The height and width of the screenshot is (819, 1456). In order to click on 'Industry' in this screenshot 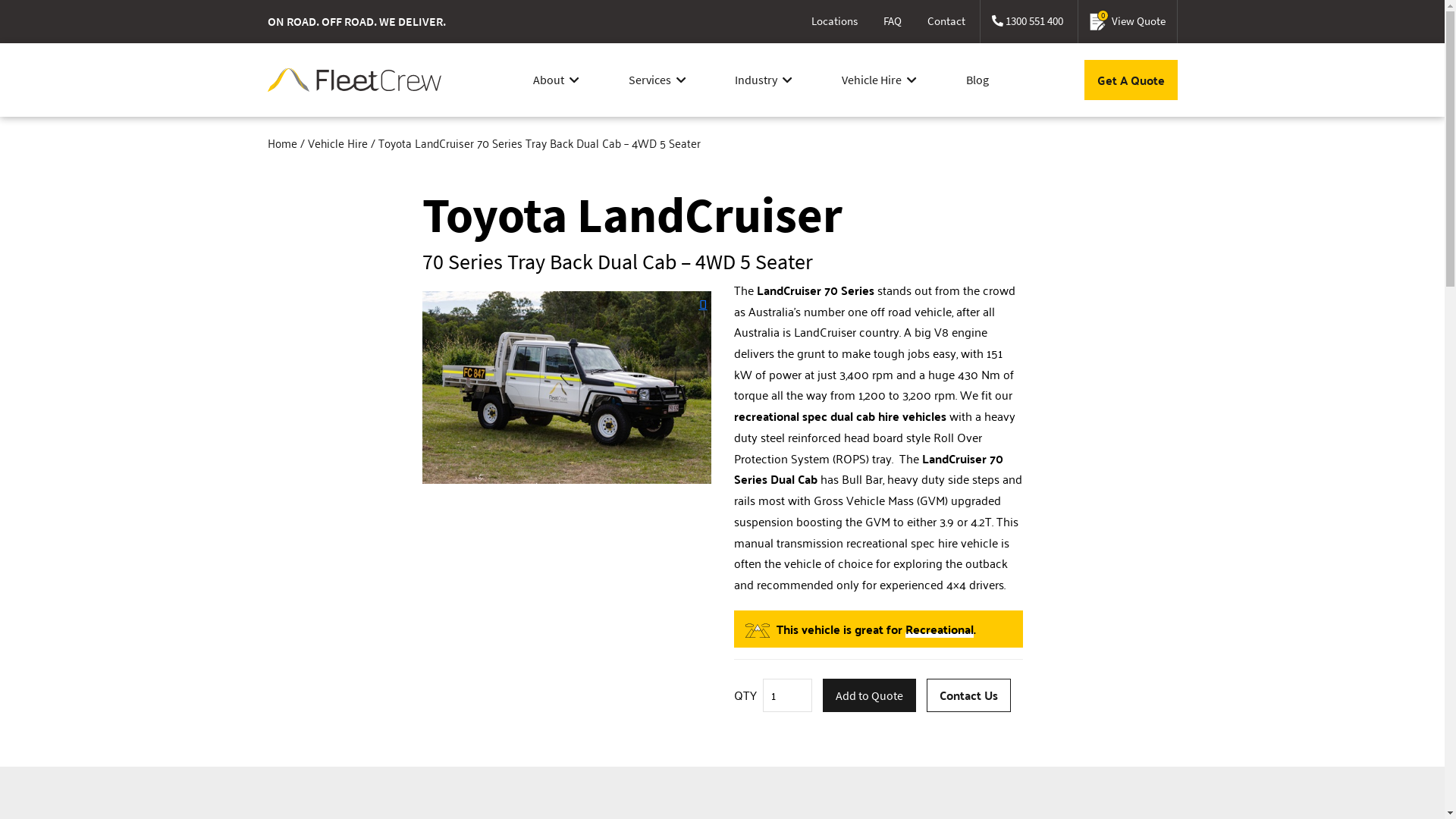, I will do `click(764, 79)`.